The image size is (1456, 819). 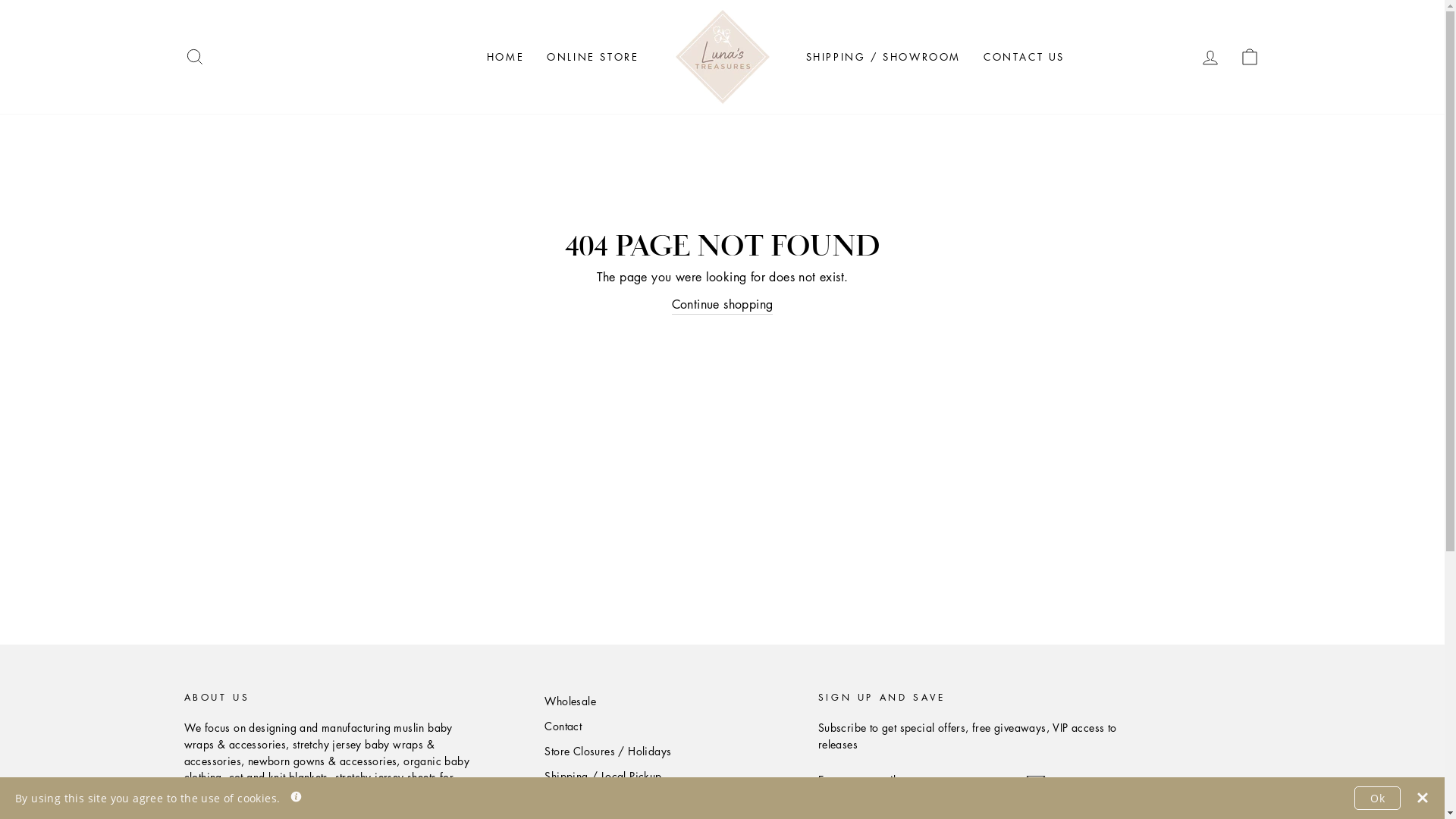 What do you see at coordinates (1210, 56) in the screenshot?
I see `'LOG IN'` at bounding box center [1210, 56].